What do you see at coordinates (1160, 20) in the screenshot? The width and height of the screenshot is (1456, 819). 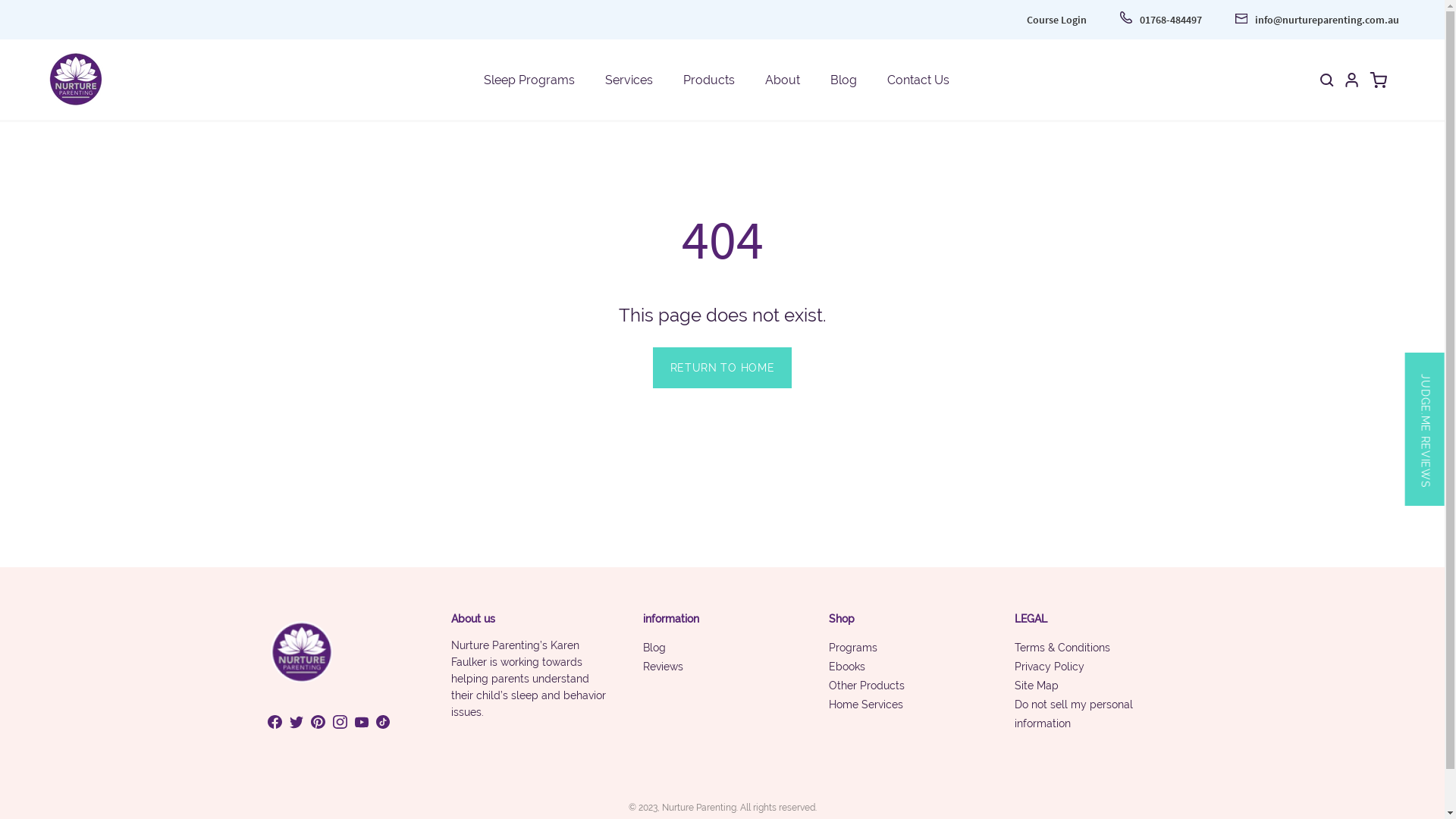 I see `'01768-484497'` at bounding box center [1160, 20].